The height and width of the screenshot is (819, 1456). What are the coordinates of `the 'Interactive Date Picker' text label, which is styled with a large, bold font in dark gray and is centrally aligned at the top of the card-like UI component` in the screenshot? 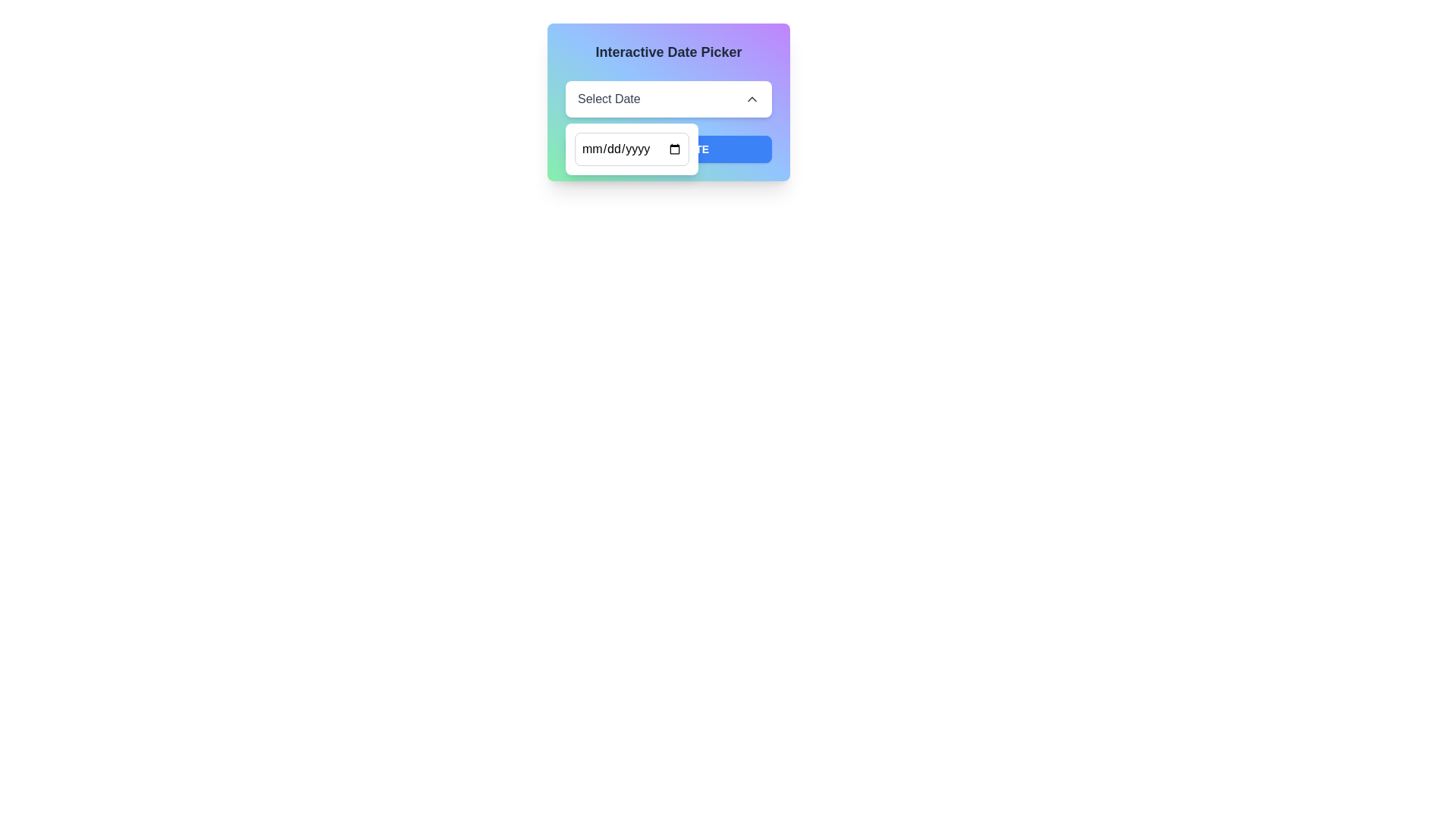 It's located at (668, 52).